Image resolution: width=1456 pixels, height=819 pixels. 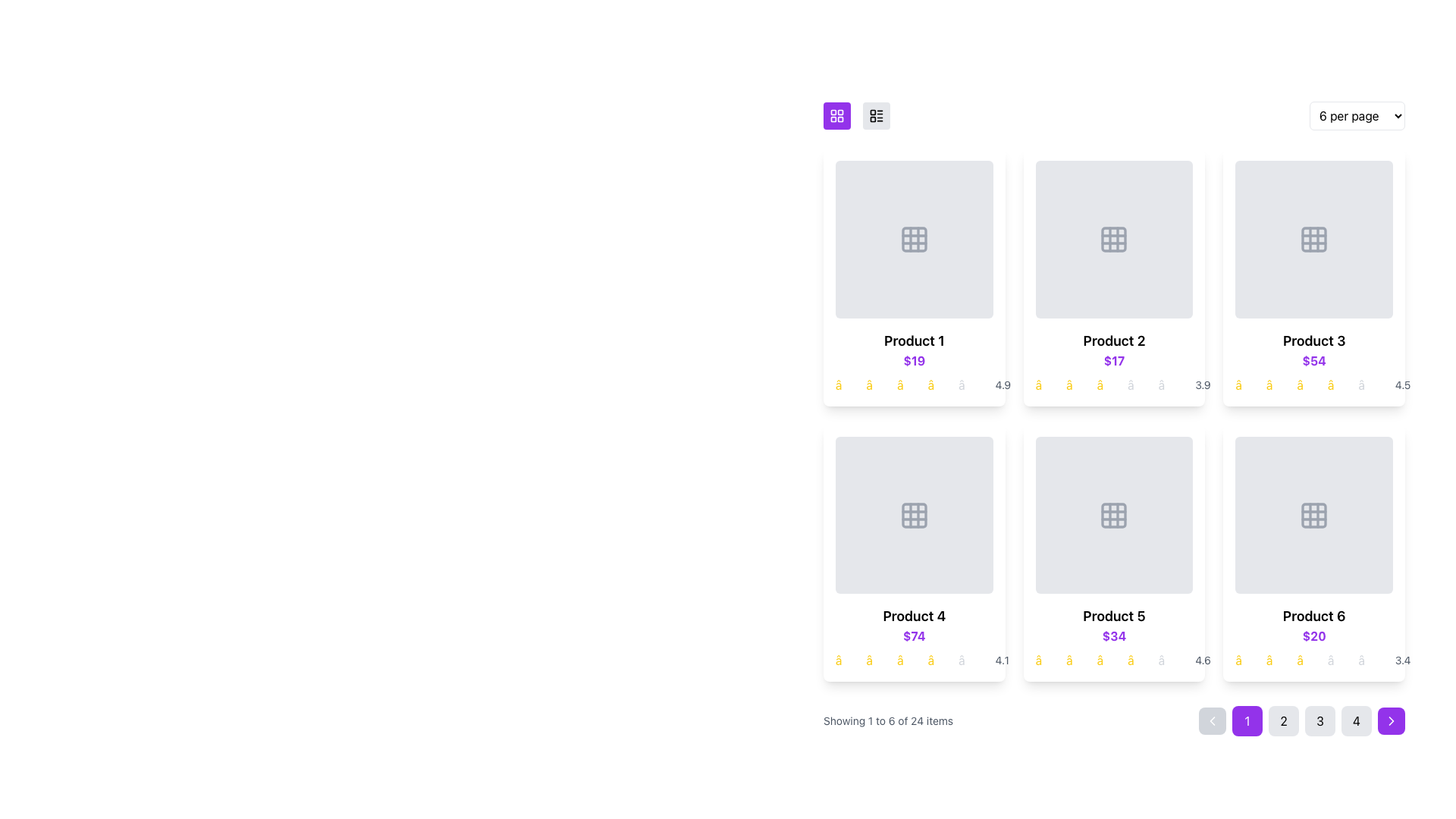 I want to click on the circular button labeled '3' with a light gray background located in the pagination bar at the bottom center of the layout, so click(x=1319, y=720).